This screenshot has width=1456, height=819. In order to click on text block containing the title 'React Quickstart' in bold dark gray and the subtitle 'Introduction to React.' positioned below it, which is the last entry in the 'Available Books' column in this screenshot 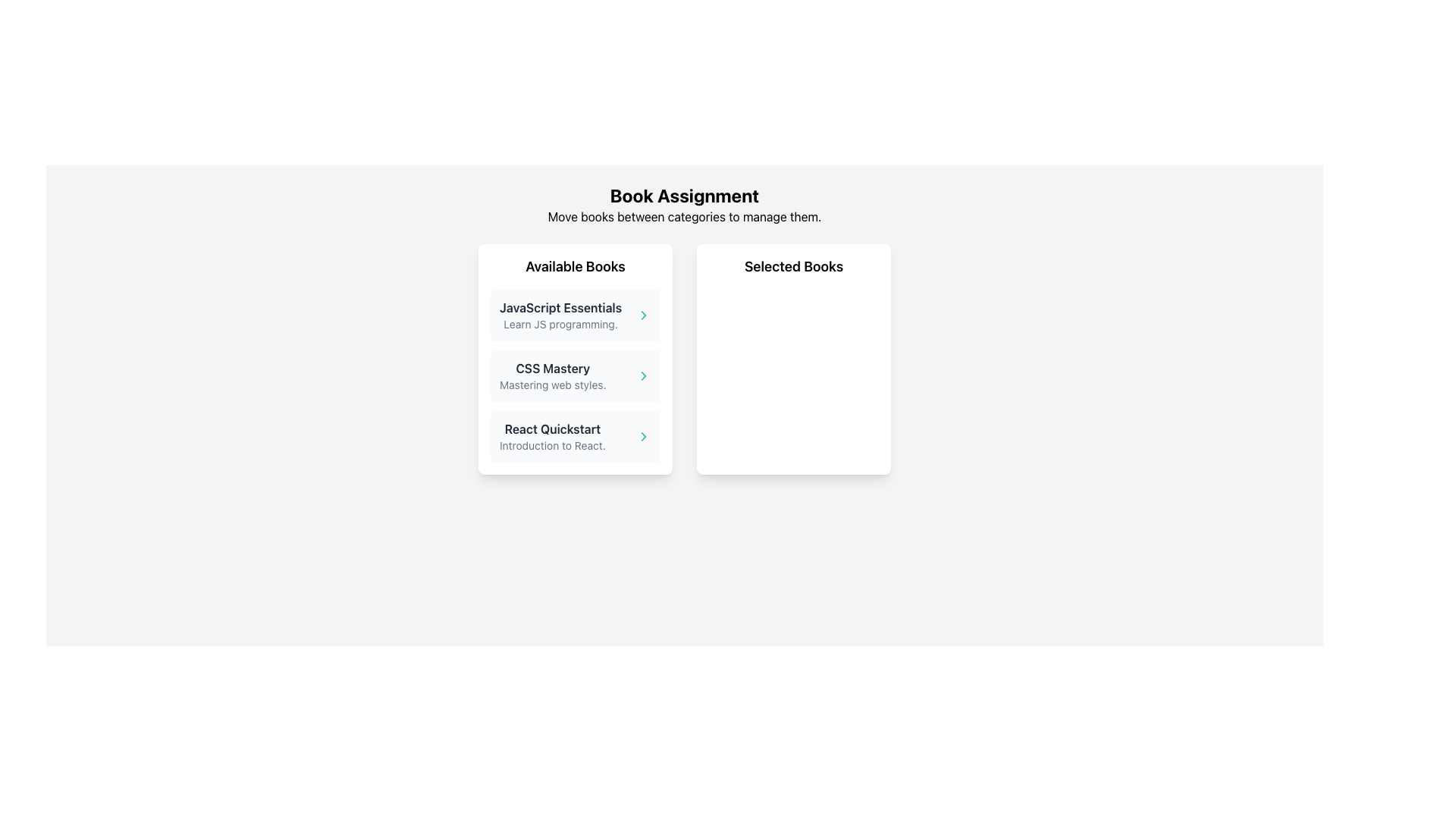, I will do `click(551, 436)`.